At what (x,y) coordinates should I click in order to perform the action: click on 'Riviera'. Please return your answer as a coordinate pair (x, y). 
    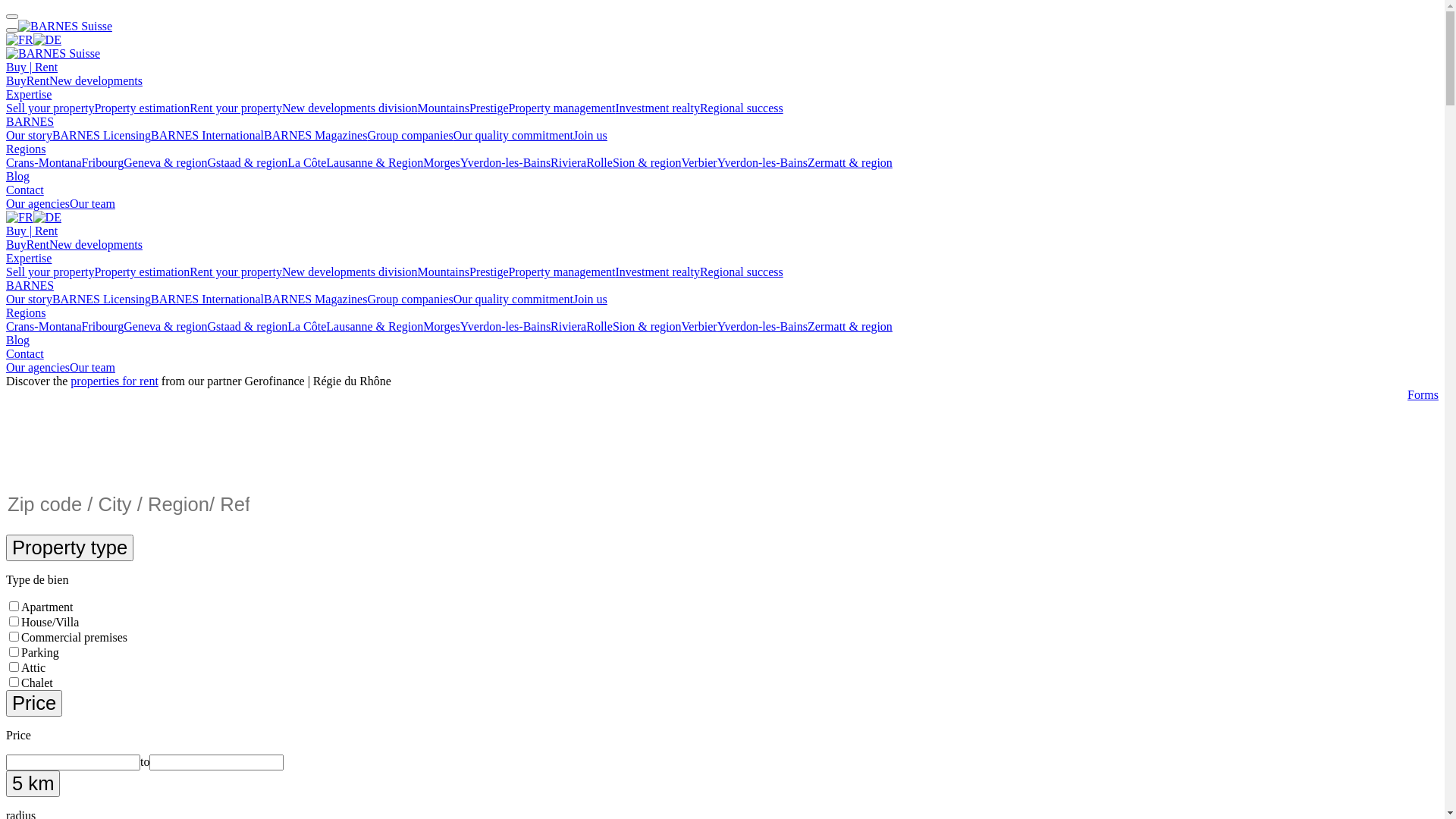
    Looking at the image, I should click on (567, 162).